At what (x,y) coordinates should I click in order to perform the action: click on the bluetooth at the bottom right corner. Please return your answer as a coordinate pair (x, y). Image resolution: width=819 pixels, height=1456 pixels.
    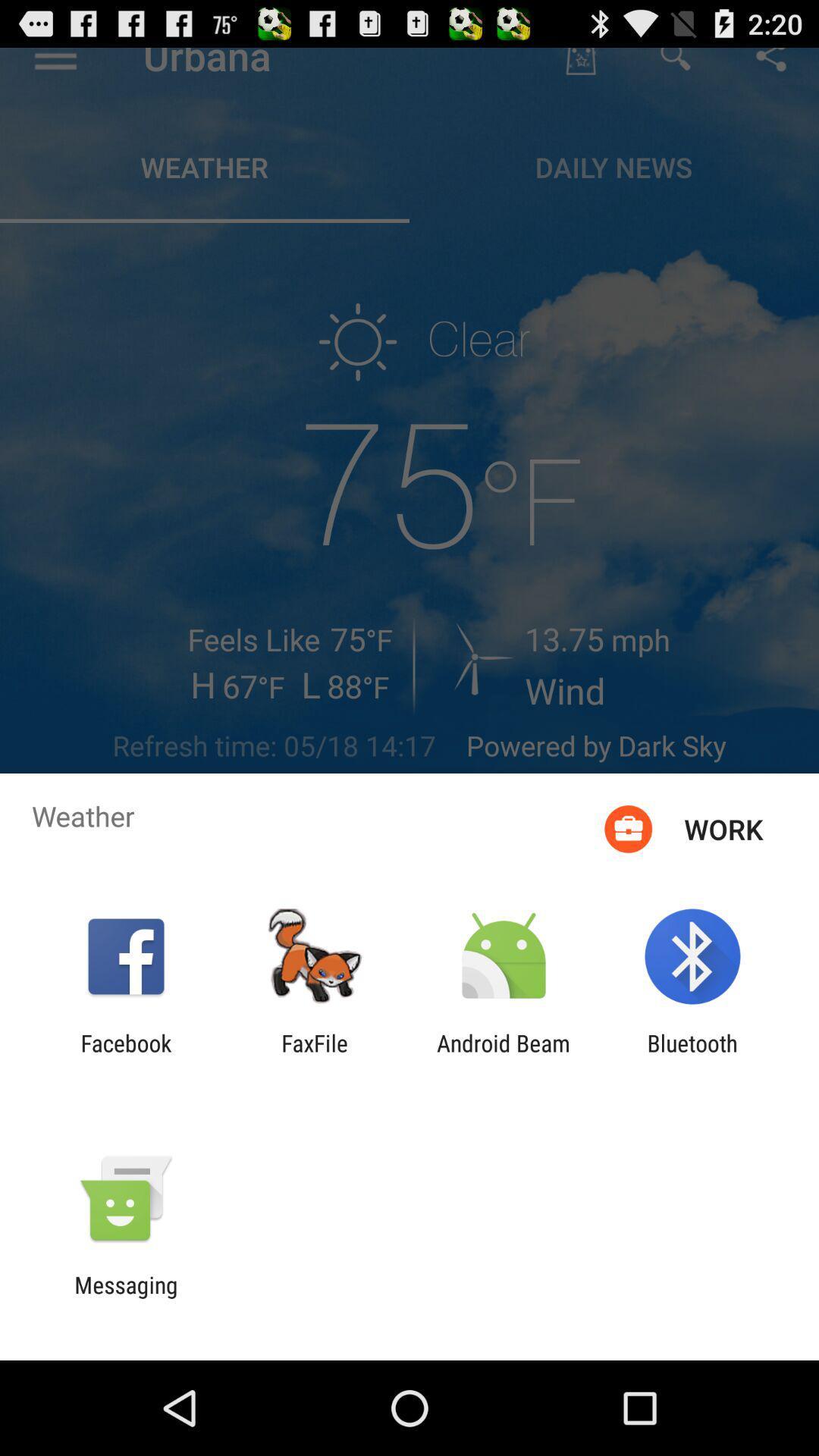
    Looking at the image, I should click on (692, 1056).